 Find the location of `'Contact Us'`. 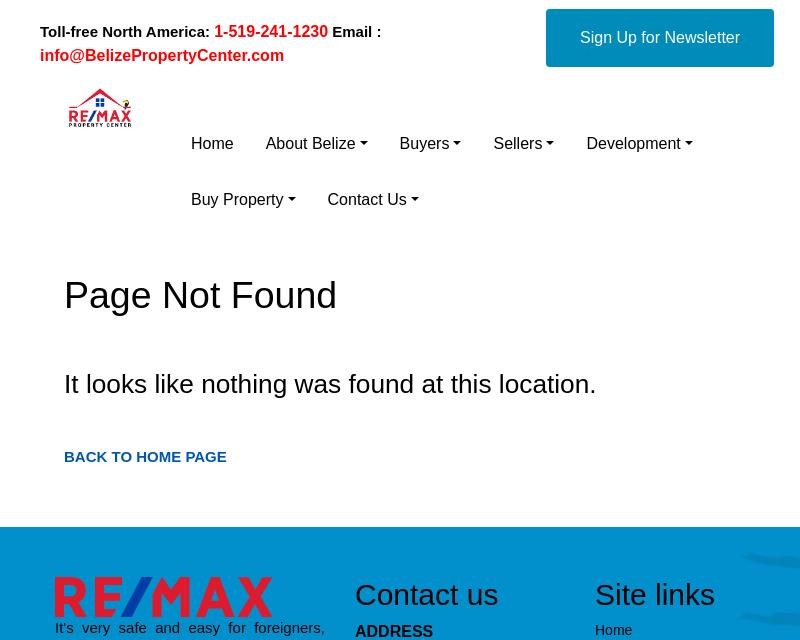

'Contact Us' is located at coordinates (326, 199).